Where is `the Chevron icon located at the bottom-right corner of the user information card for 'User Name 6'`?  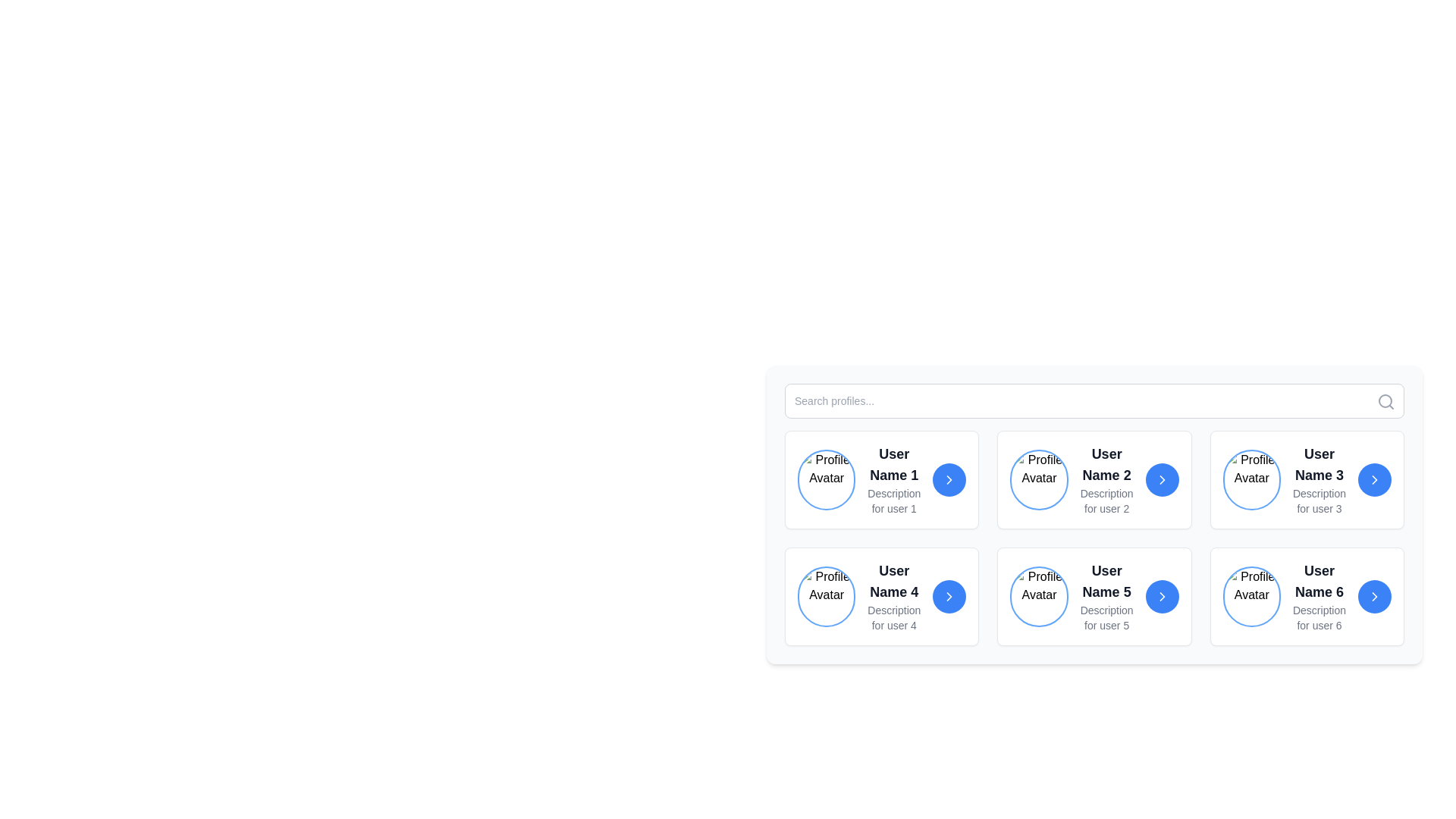 the Chevron icon located at the bottom-right corner of the user information card for 'User Name 6' is located at coordinates (1375, 595).